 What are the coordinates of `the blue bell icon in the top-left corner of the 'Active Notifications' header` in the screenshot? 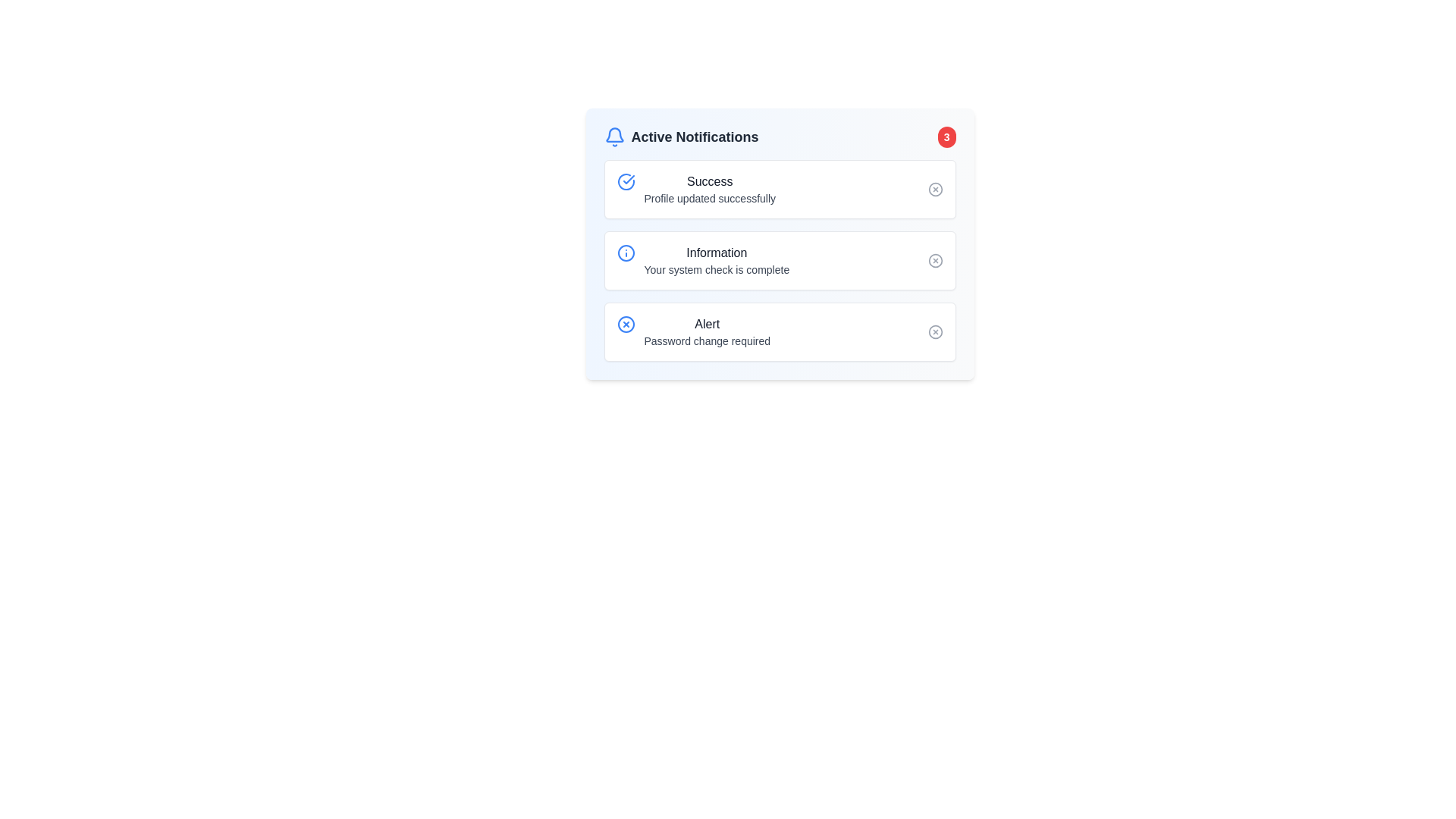 It's located at (614, 137).